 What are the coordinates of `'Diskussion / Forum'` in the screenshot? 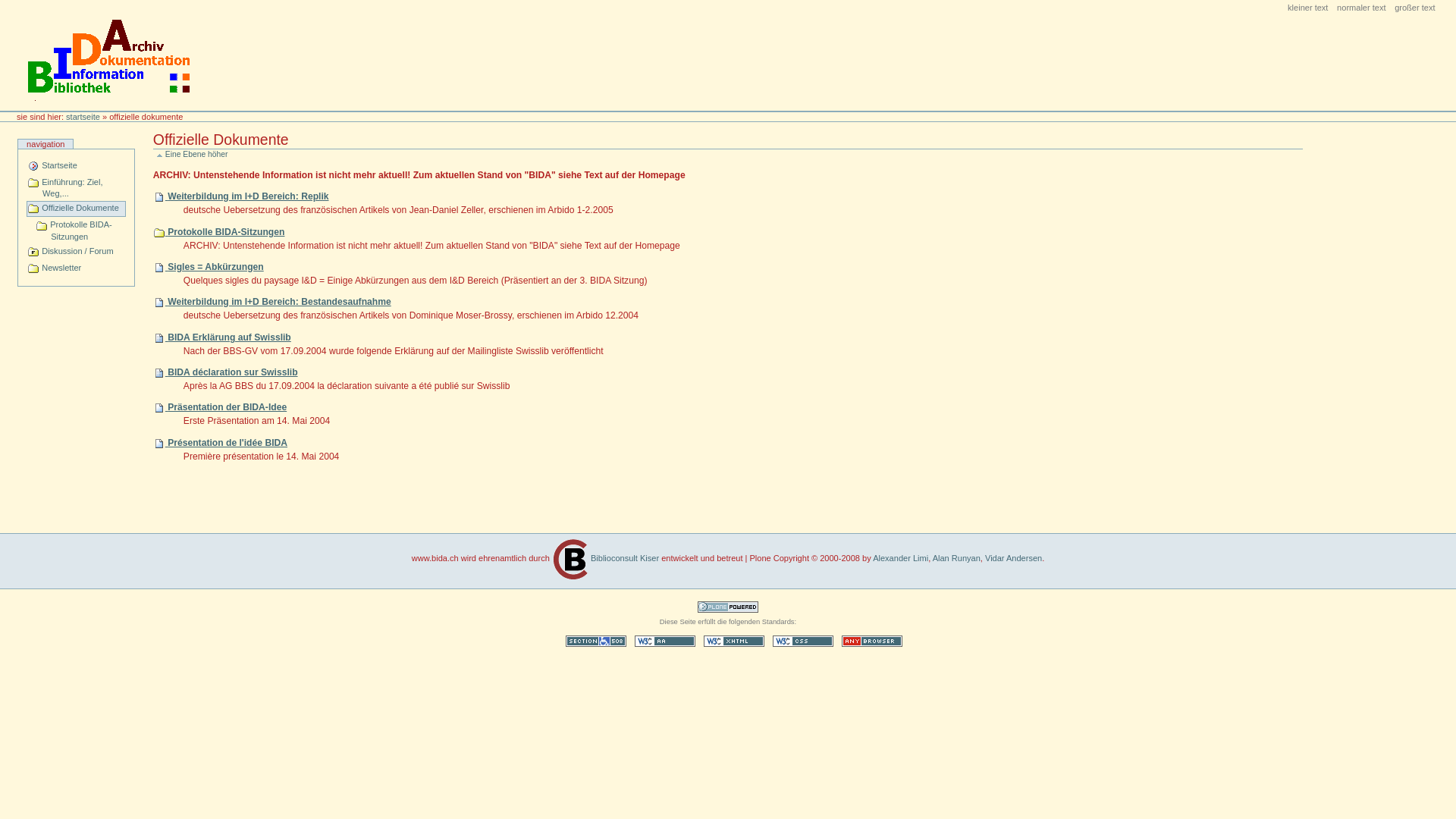 It's located at (75, 251).